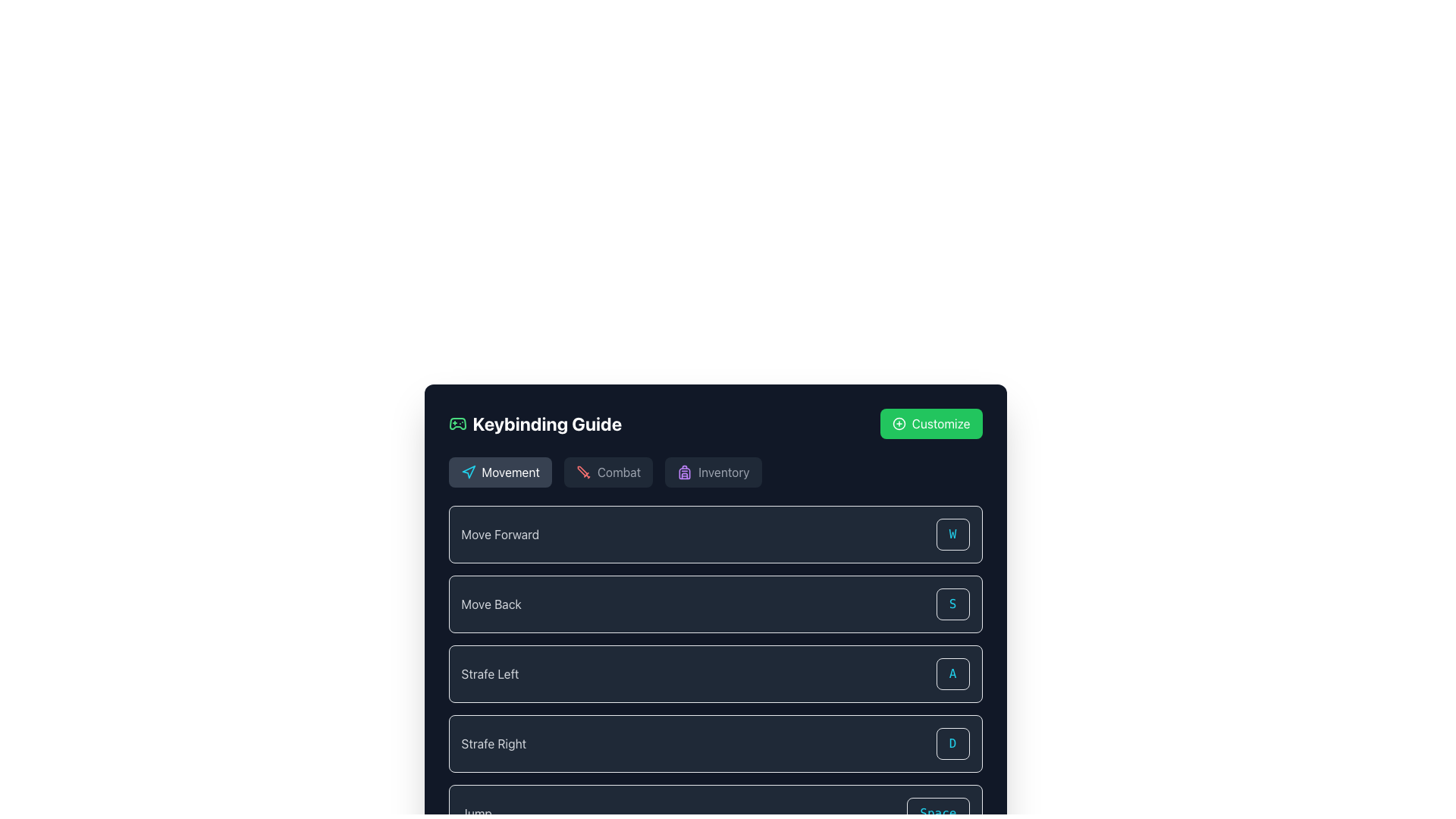 The height and width of the screenshot is (819, 1456). What do you see at coordinates (490, 673) in the screenshot?
I see `the text label that describes the action associated with the 'A' control button, located in the third row of the vertical list under the 'Movement' tab` at bounding box center [490, 673].